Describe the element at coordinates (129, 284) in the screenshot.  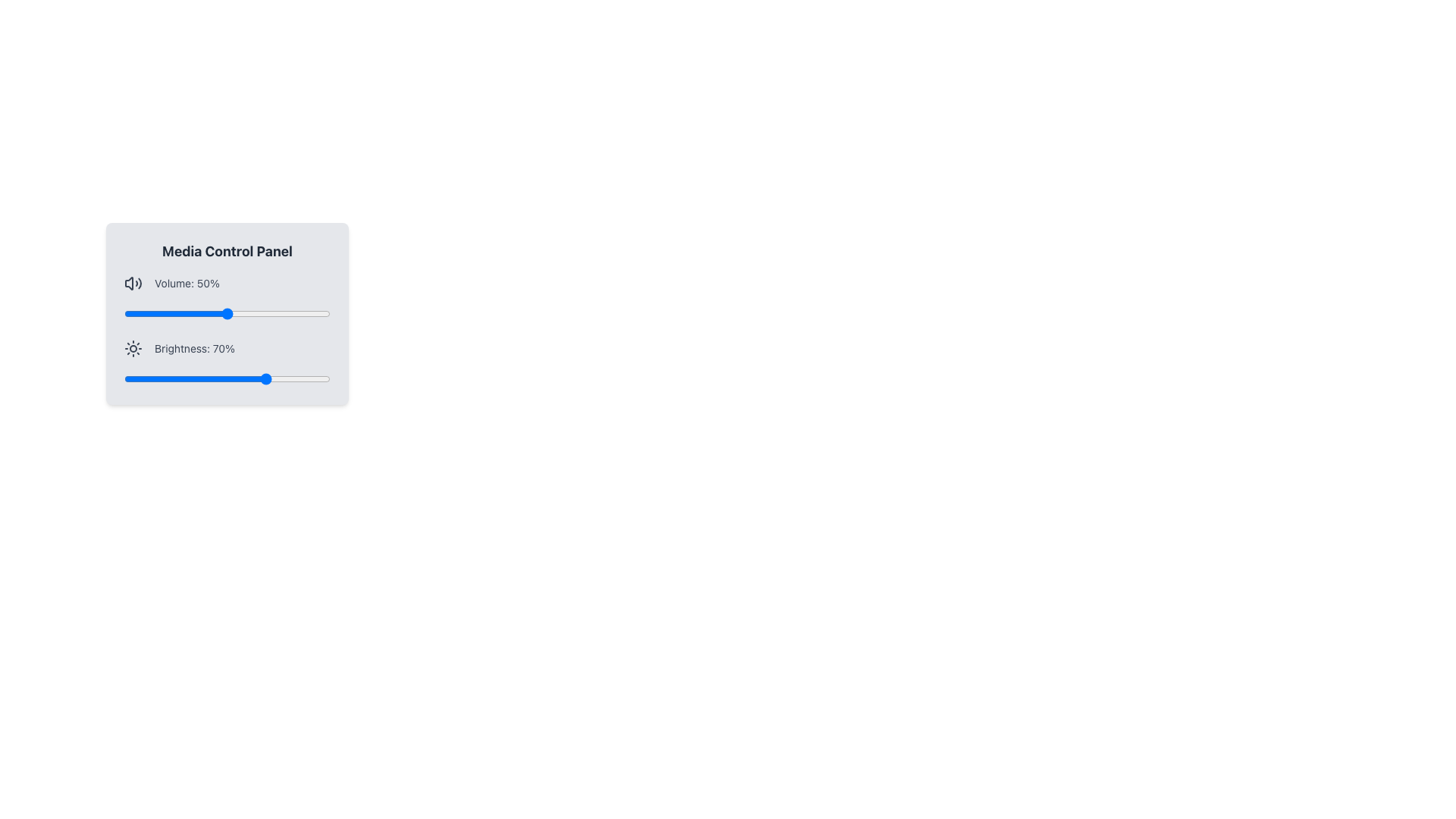
I see `the main speaker body of the speaker icon, which is positioned to the left of the two circular wave indicators` at that location.